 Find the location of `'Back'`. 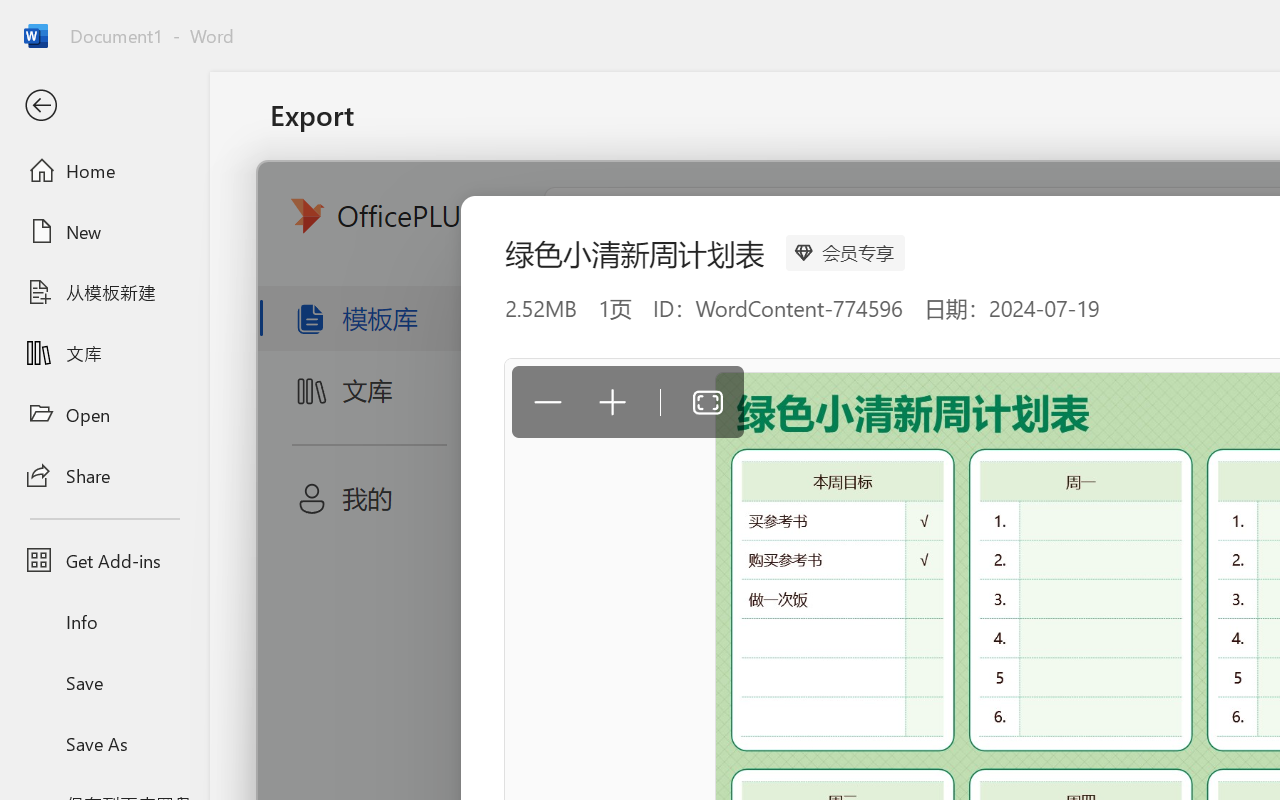

'Back' is located at coordinates (103, 105).